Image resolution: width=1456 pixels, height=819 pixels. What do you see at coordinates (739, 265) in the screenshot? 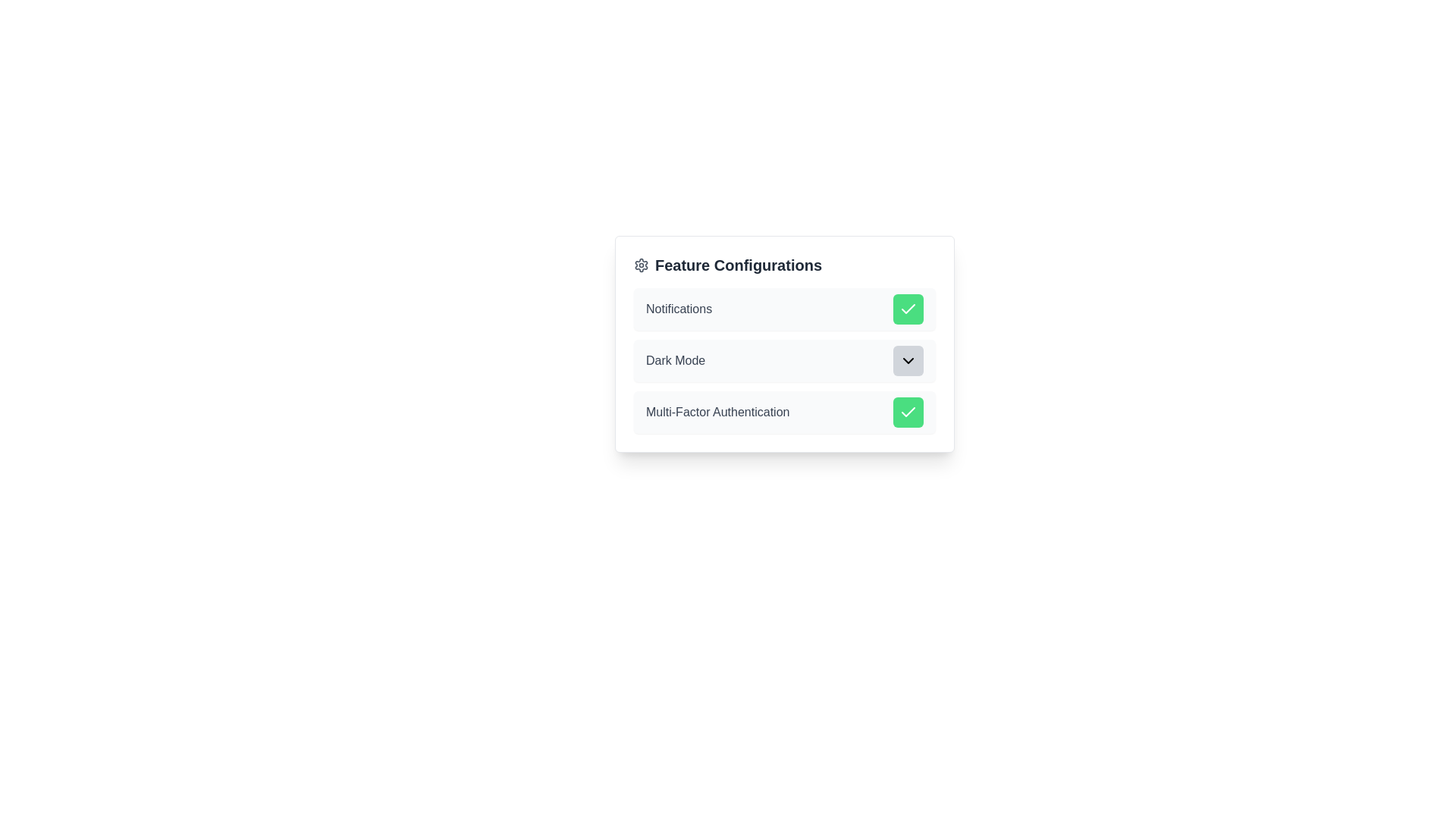
I see `the Text label that serves as the title for the adjacent features list, positioned next to the cogwheel icon at the top of the interface` at bounding box center [739, 265].